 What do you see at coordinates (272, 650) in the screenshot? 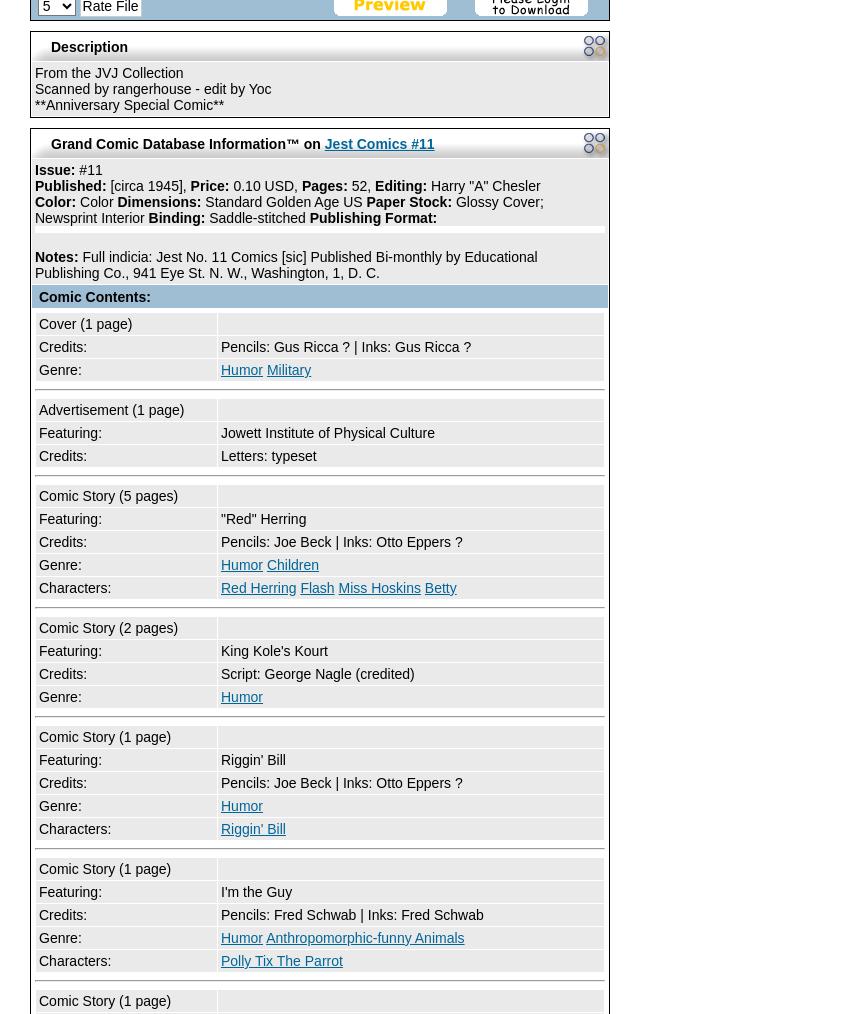
I see `'King Kole's Kourt'` at bounding box center [272, 650].